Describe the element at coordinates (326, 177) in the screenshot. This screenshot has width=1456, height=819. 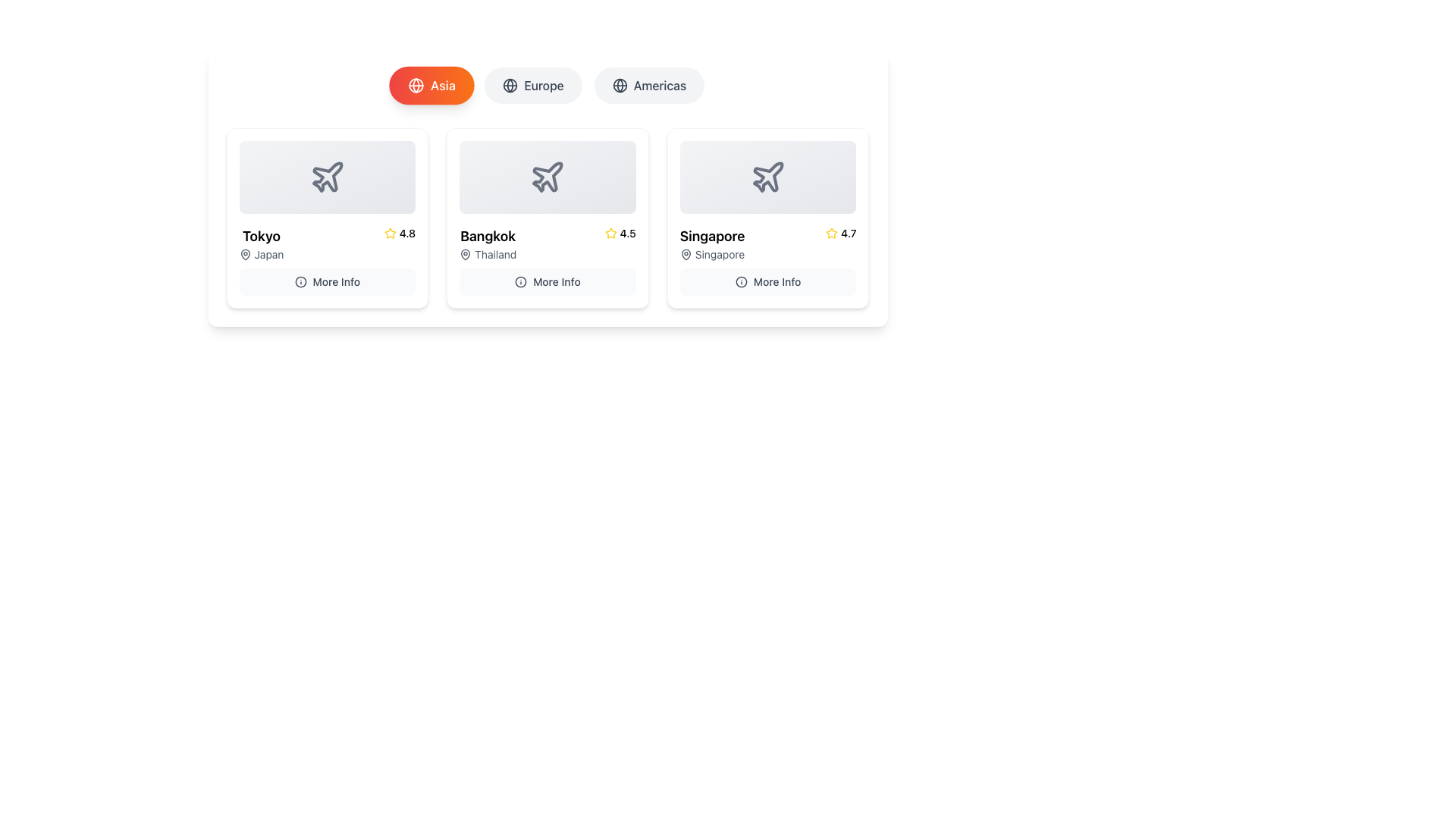
I see `the airplane icon located at the top of the 'Tokyo, Japan' card to change its color` at that location.